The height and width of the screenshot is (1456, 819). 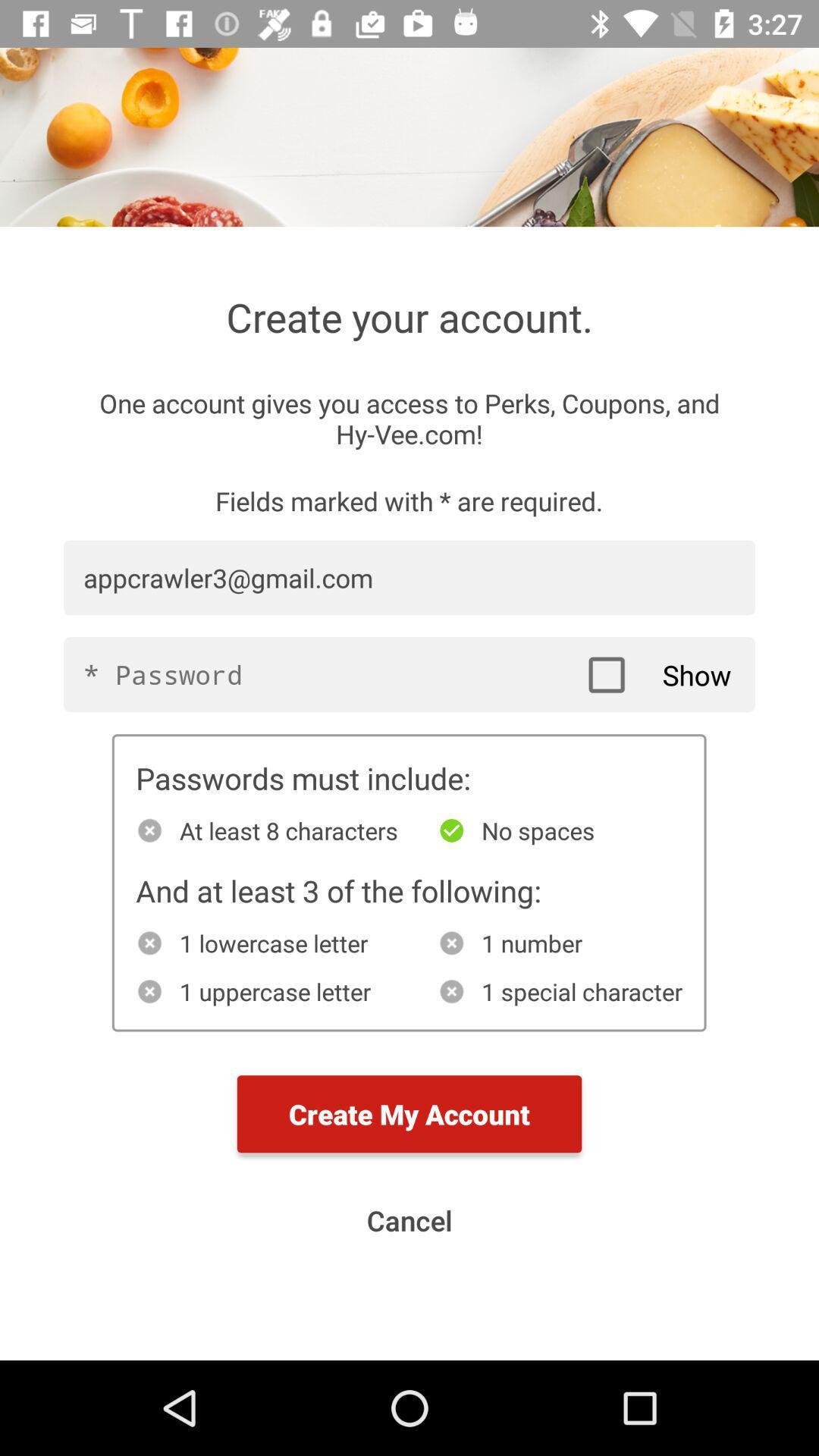 I want to click on password, so click(x=409, y=673).